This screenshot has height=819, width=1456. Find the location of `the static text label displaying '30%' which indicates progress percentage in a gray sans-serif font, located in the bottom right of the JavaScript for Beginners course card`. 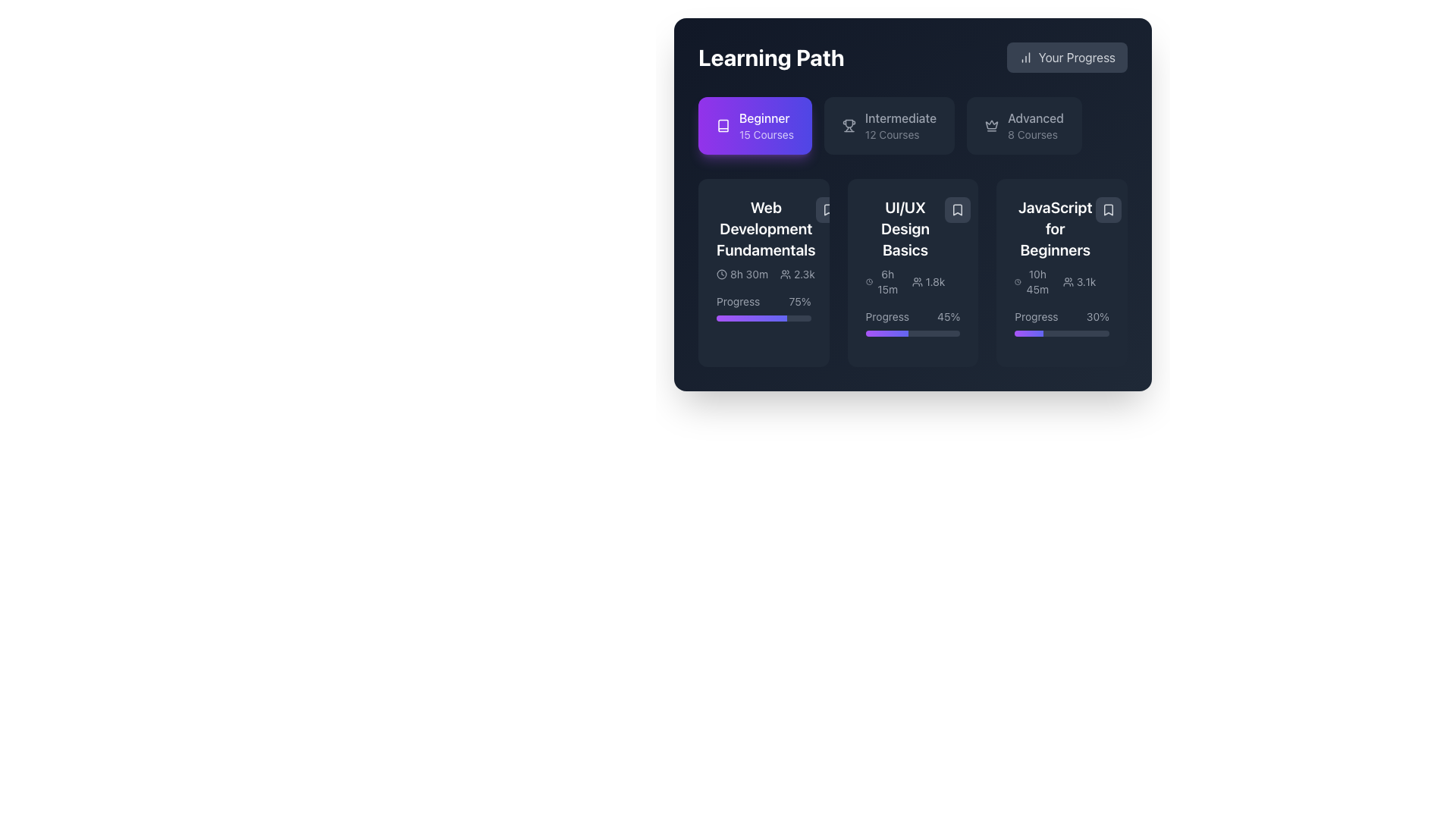

the static text label displaying '30%' which indicates progress percentage in a gray sans-serif font, located in the bottom right of the JavaScript for Beginners course card is located at coordinates (1097, 315).